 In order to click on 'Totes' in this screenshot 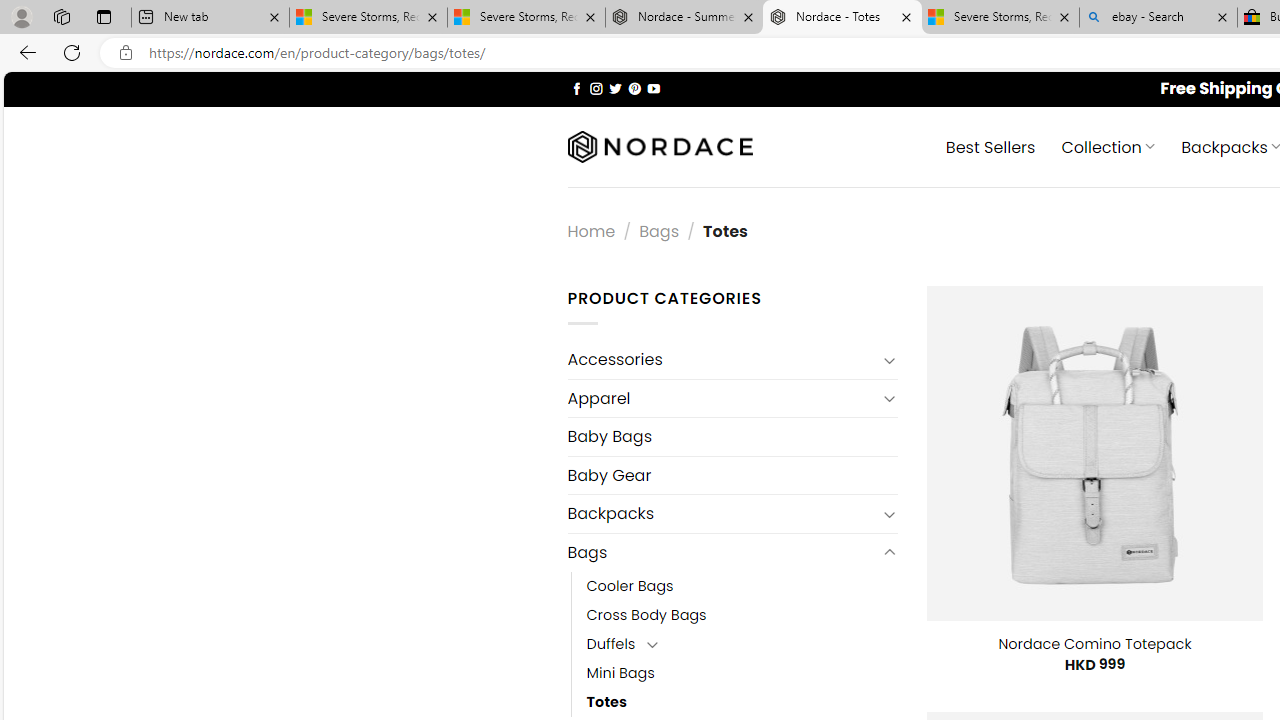, I will do `click(605, 701)`.